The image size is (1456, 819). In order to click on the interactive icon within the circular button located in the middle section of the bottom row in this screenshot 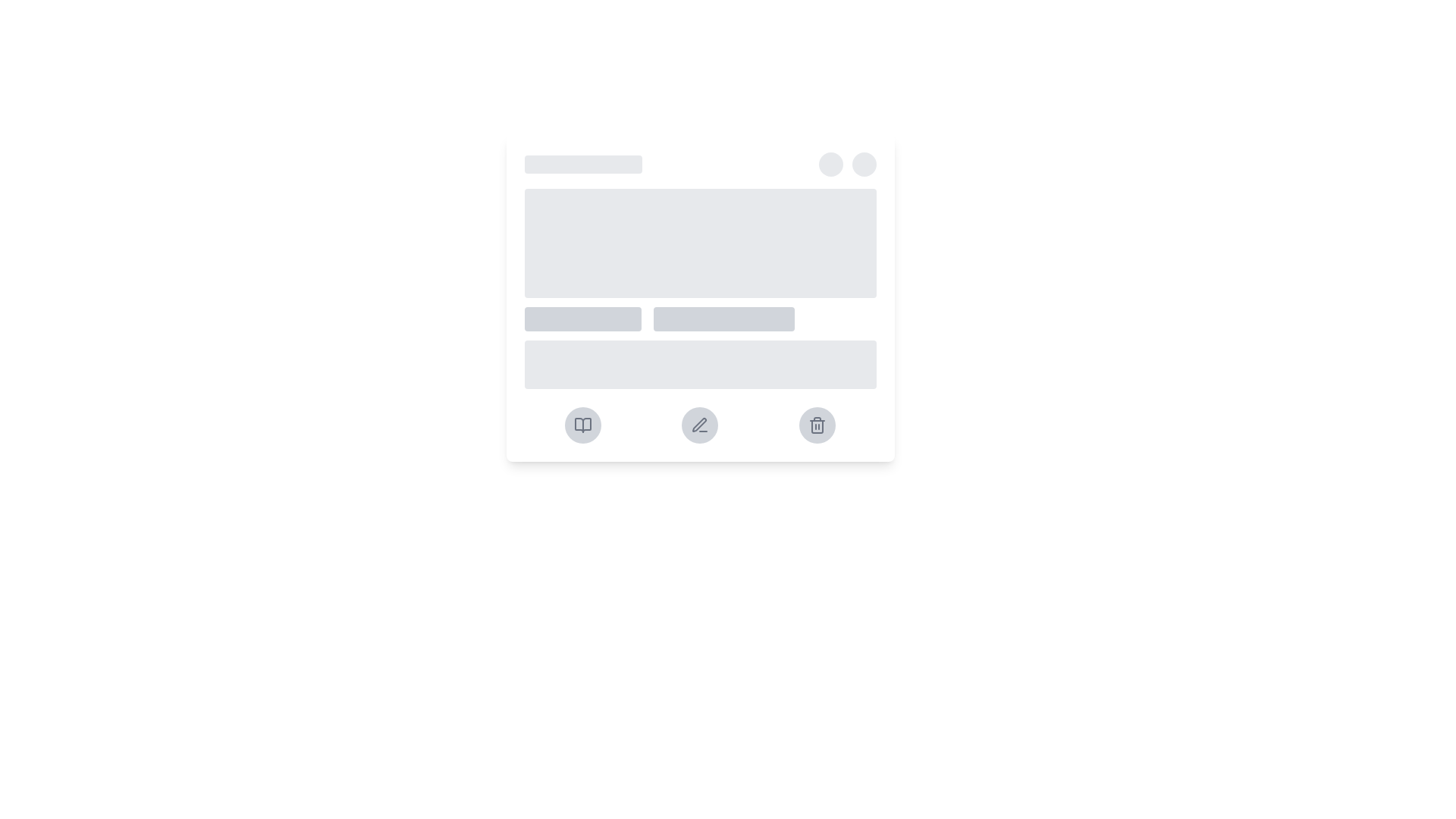, I will do `click(698, 425)`.